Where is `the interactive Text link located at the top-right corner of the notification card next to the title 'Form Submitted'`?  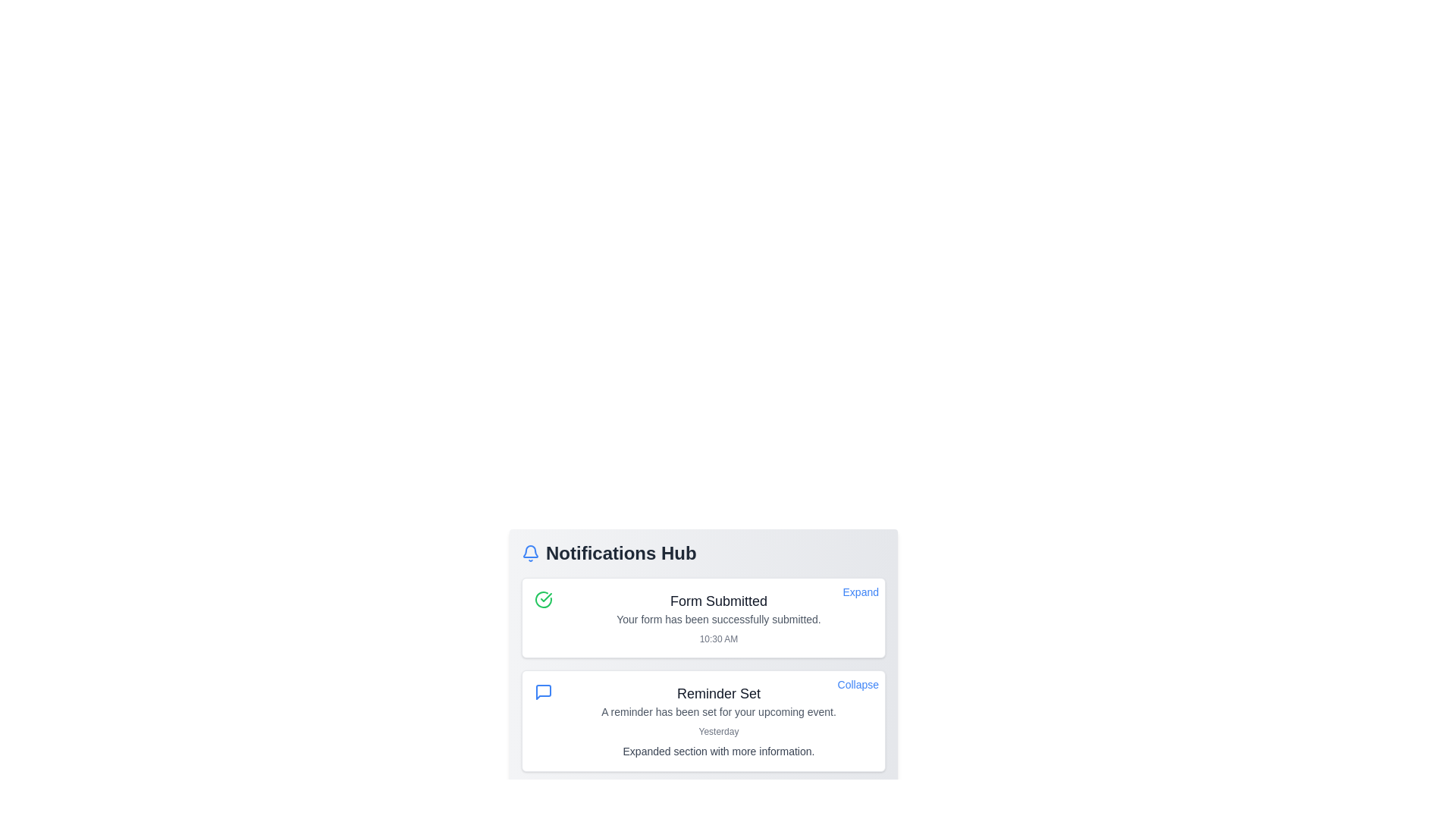
the interactive Text link located at the top-right corner of the notification card next to the title 'Form Submitted' is located at coordinates (861, 591).